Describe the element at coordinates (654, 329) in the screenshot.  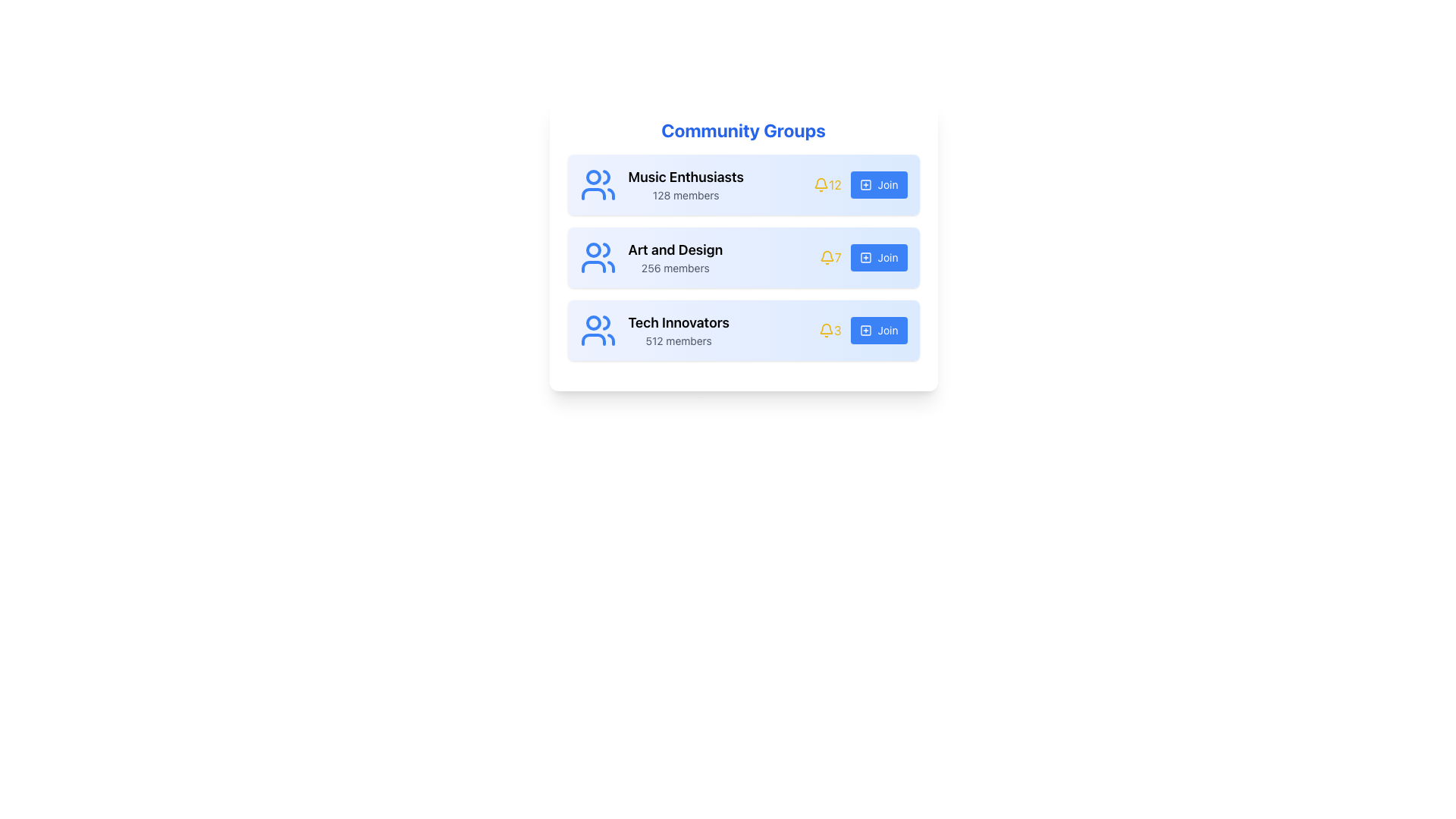
I see `the 'Tech Innovators' community group information display block, which is located within the third card of the community groups list, to the left of the bell icon and the 'Join' button` at that location.